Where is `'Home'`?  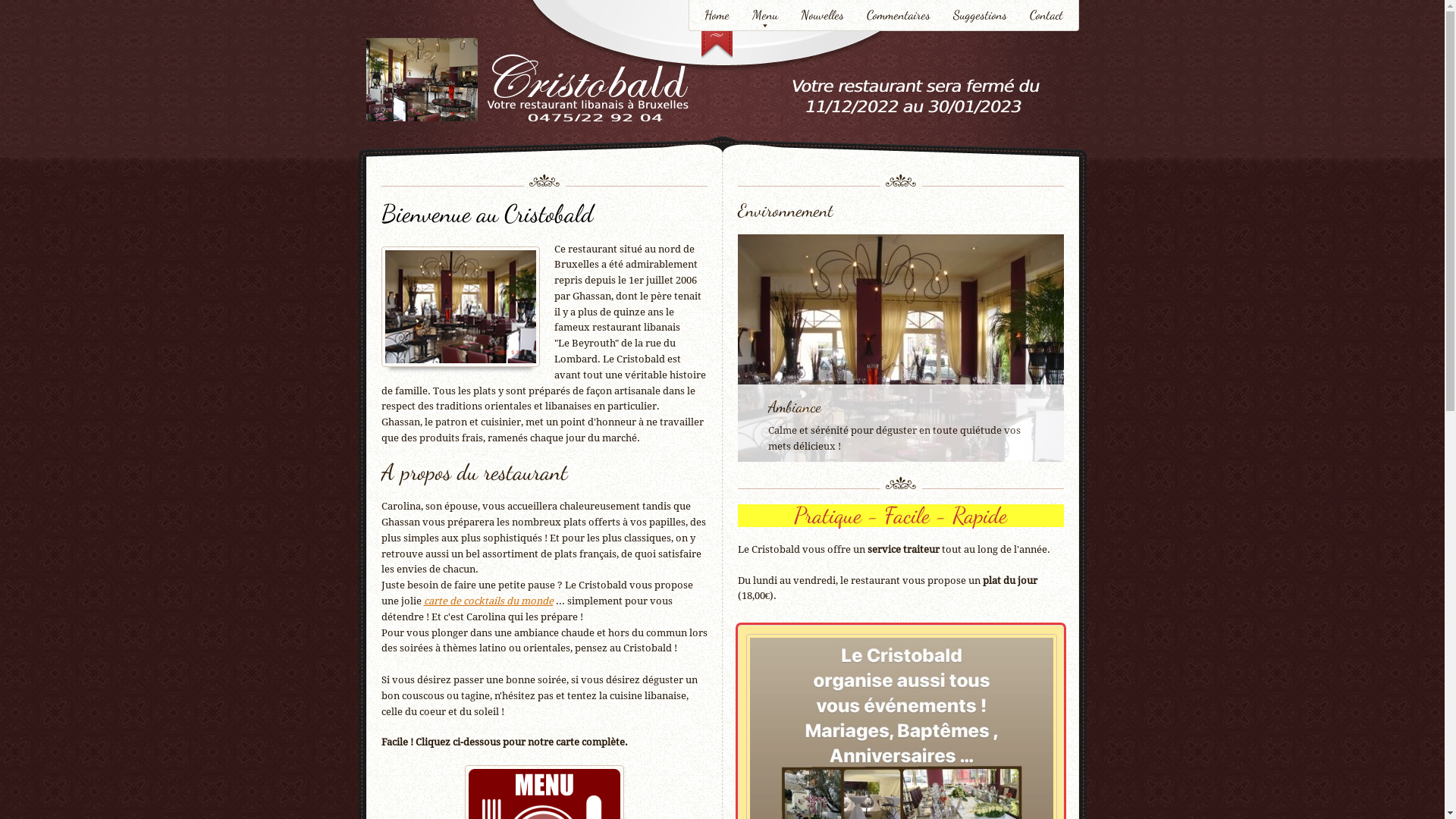 'Home' is located at coordinates (716, 17).